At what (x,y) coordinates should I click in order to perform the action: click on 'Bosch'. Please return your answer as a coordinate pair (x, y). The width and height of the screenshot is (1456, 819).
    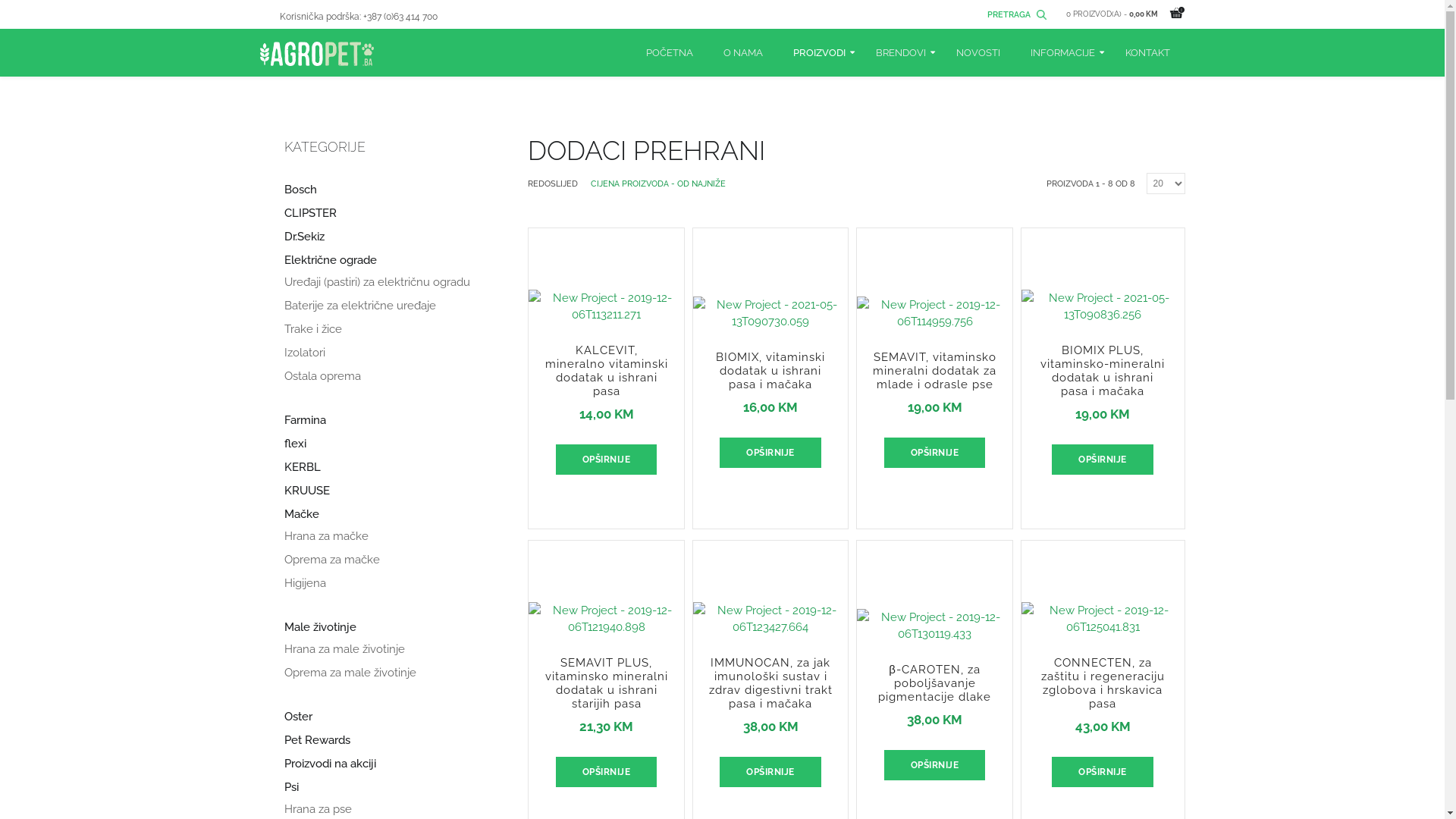
    Looking at the image, I should click on (284, 189).